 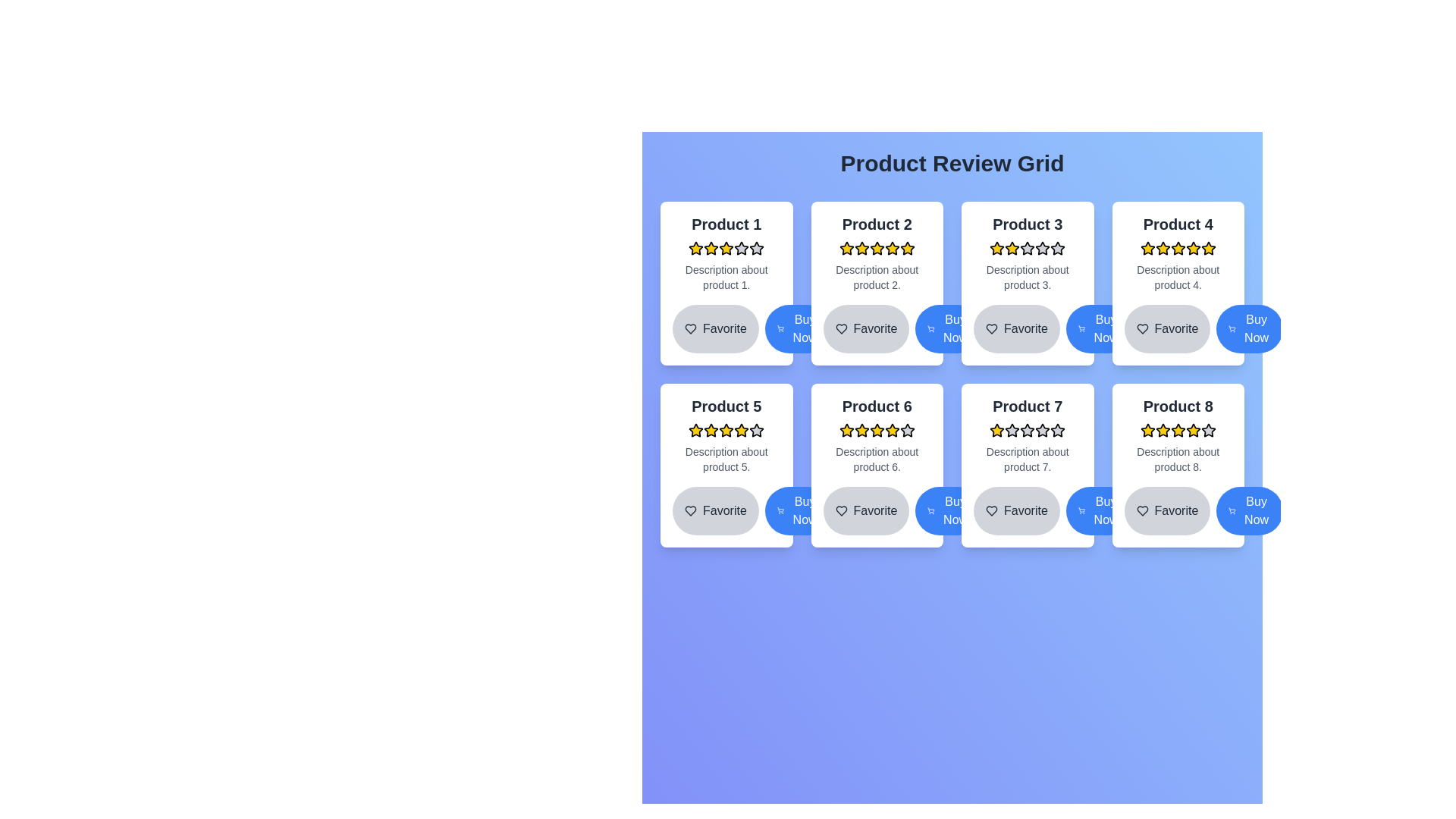 What do you see at coordinates (877, 430) in the screenshot?
I see `the yellow star icon representing a 2.5-star rating for 'Product 6' in the product review grid` at bounding box center [877, 430].